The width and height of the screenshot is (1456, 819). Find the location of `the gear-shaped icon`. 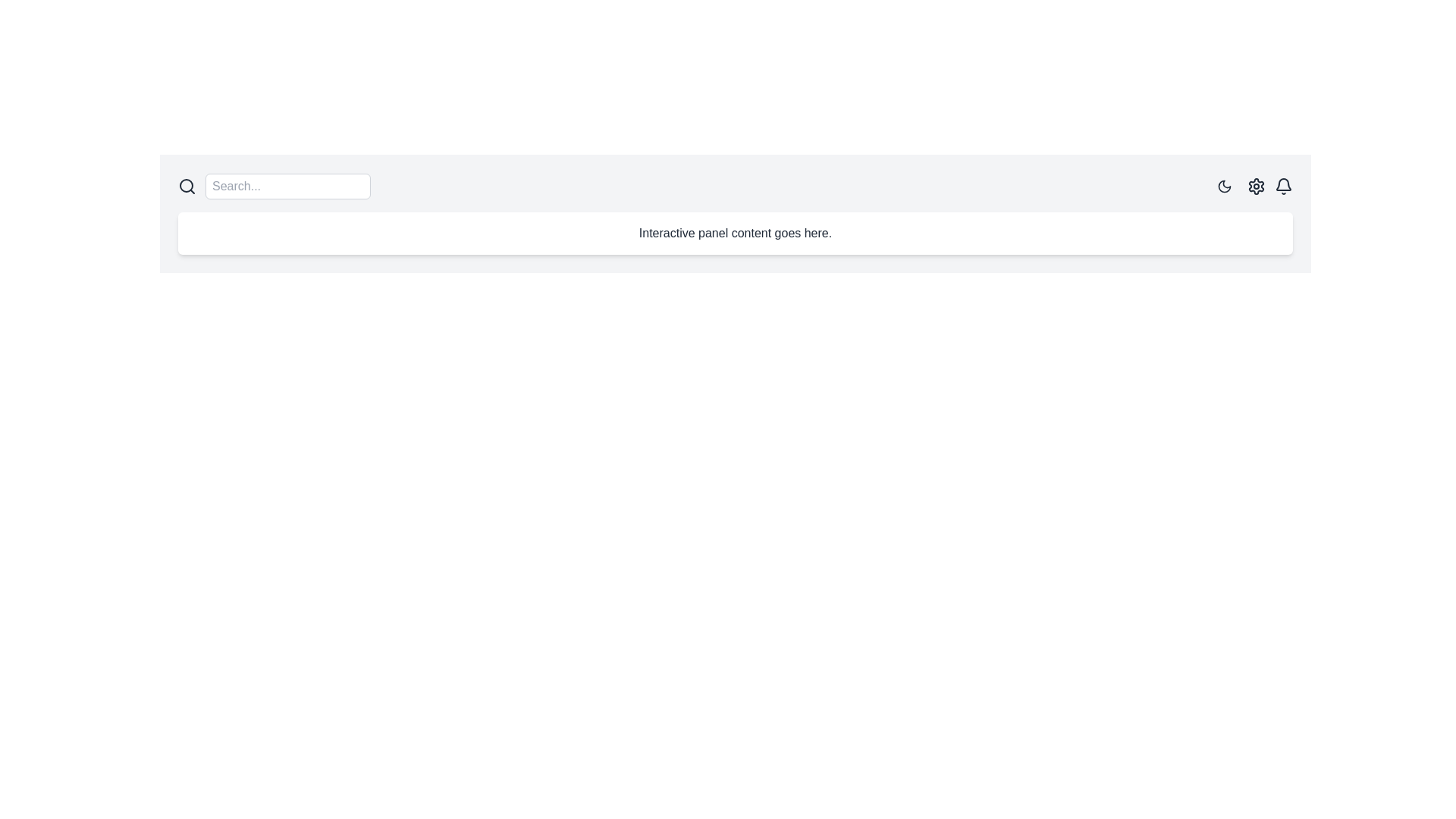

the gear-shaped icon is located at coordinates (1256, 186).